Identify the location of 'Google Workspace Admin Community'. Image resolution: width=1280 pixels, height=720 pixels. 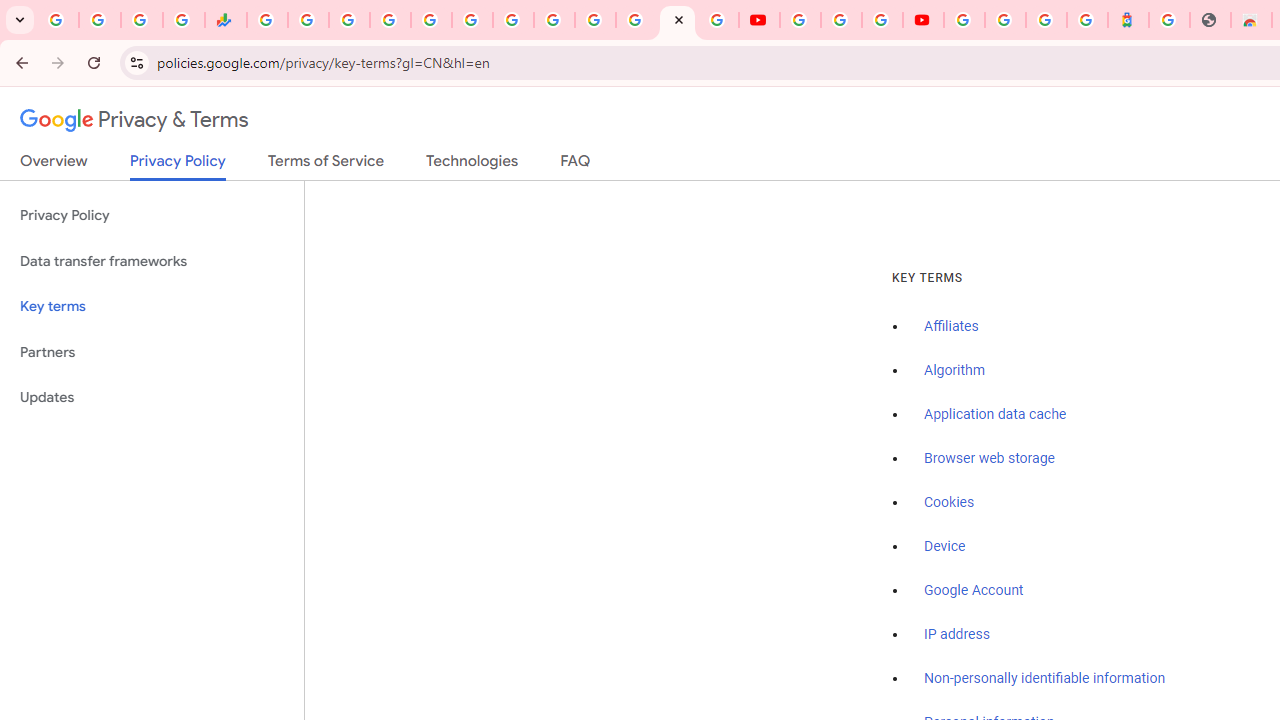
(58, 20).